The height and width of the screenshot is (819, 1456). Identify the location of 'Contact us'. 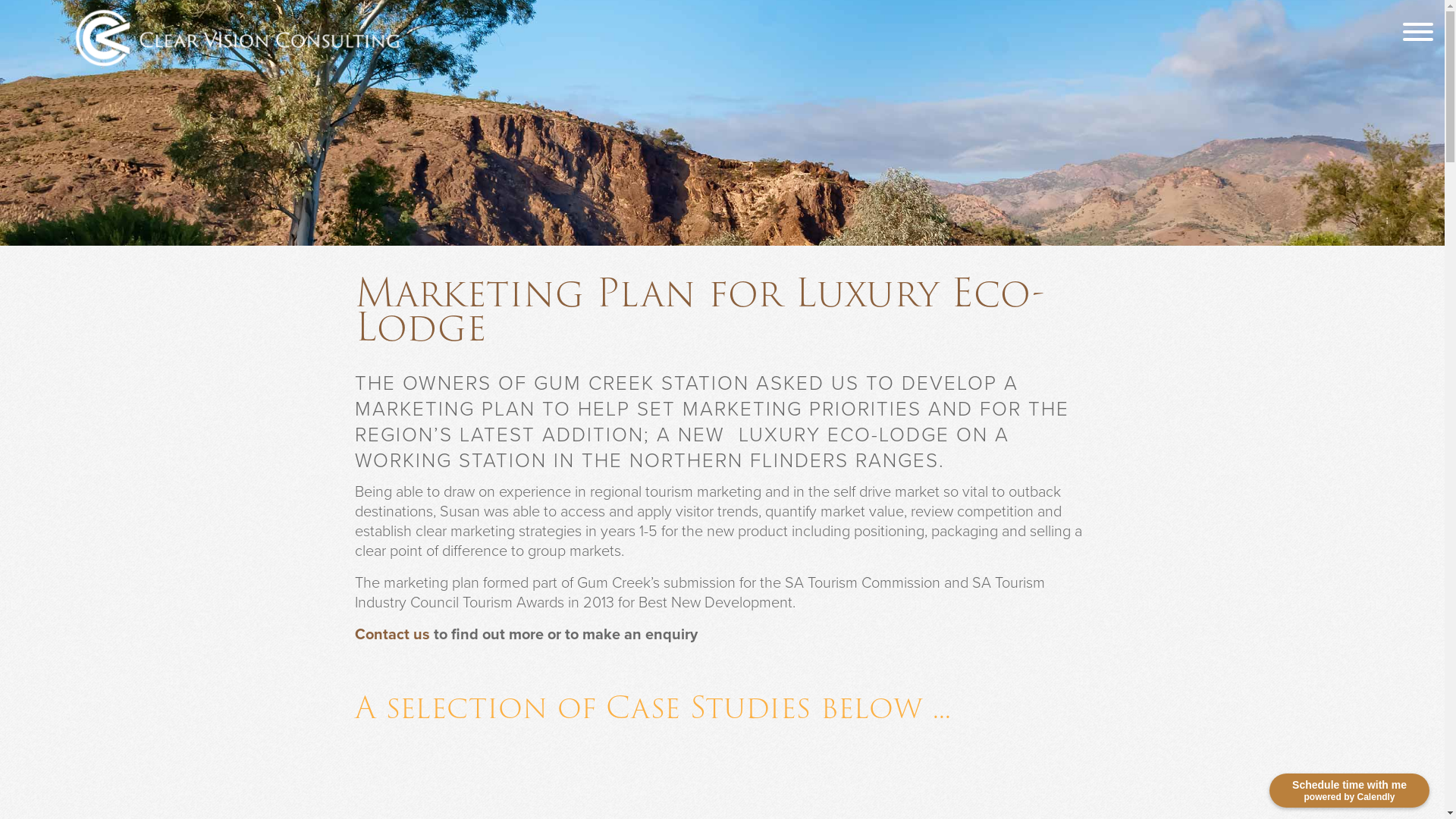
(392, 634).